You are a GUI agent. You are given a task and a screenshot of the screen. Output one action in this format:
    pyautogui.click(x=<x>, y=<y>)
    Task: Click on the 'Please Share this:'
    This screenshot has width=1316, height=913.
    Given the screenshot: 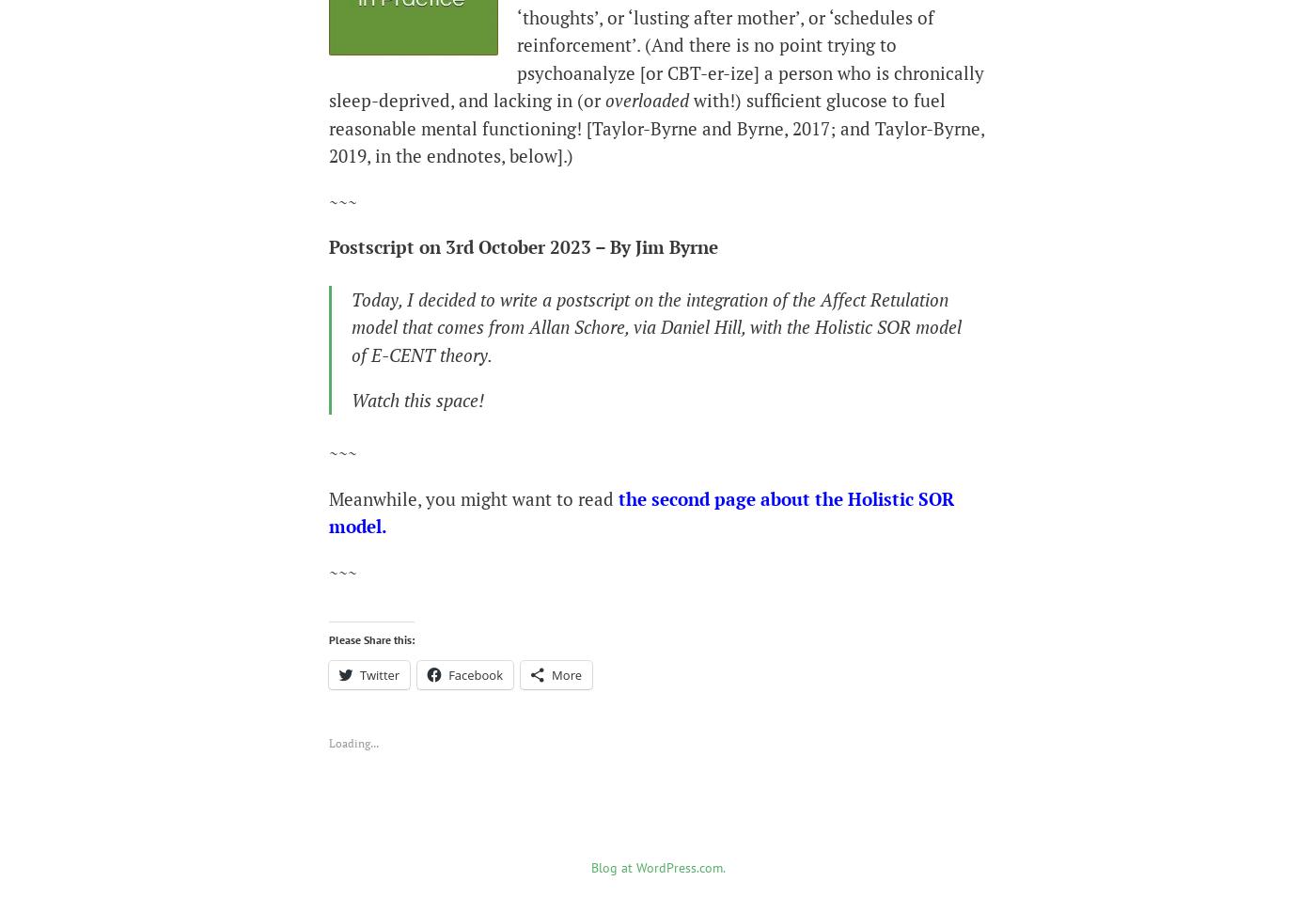 What is the action you would take?
    pyautogui.click(x=371, y=639)
    